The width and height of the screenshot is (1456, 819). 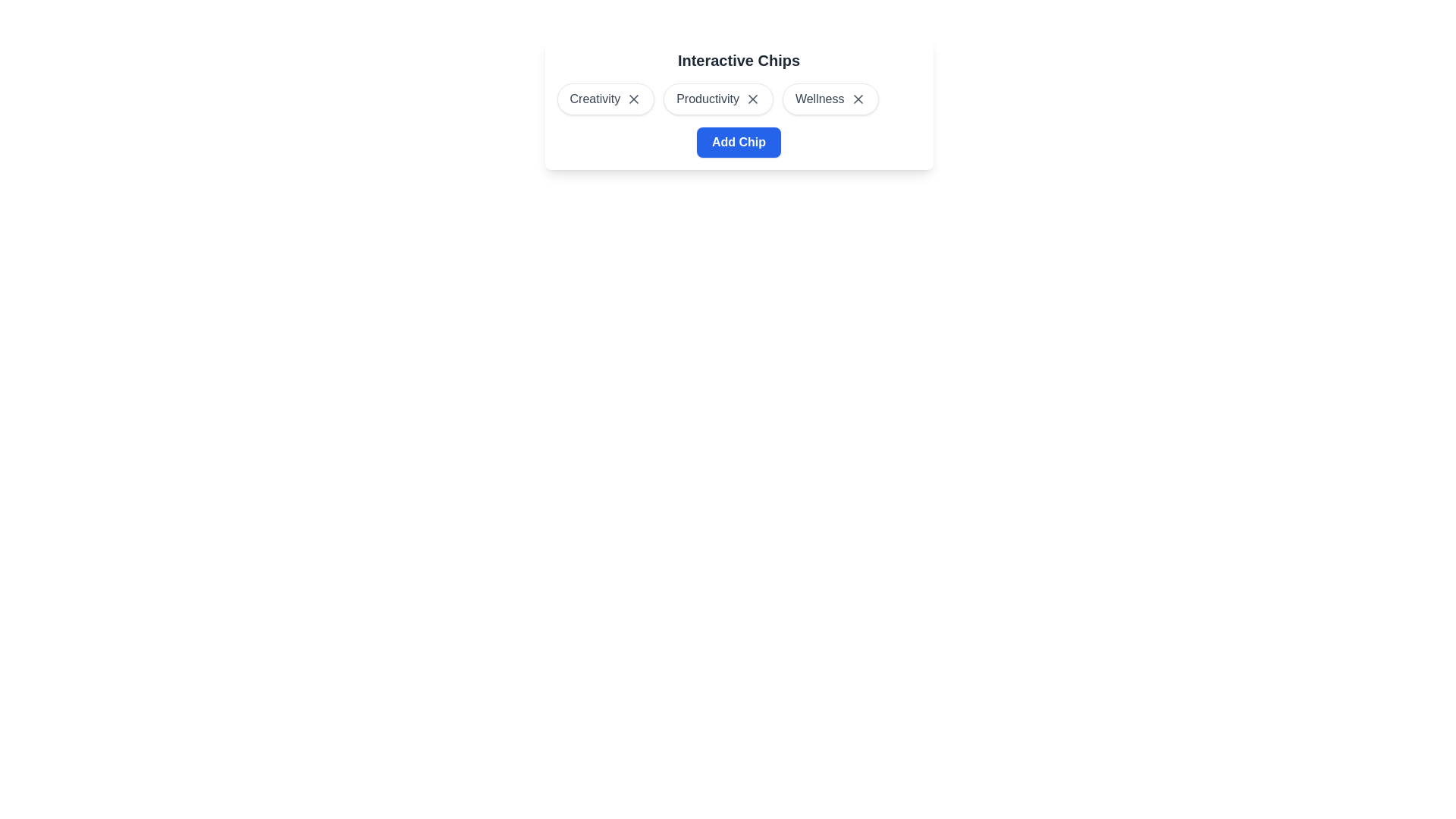 What do you see at coordinates (819, 99) in the screenshot?
I see `the 'Wellness' text label within the third chip component in the horizontal row of interactive chips, which is displayed beneath the title 'Interactive Chips'` at bounding box center [819, 99].